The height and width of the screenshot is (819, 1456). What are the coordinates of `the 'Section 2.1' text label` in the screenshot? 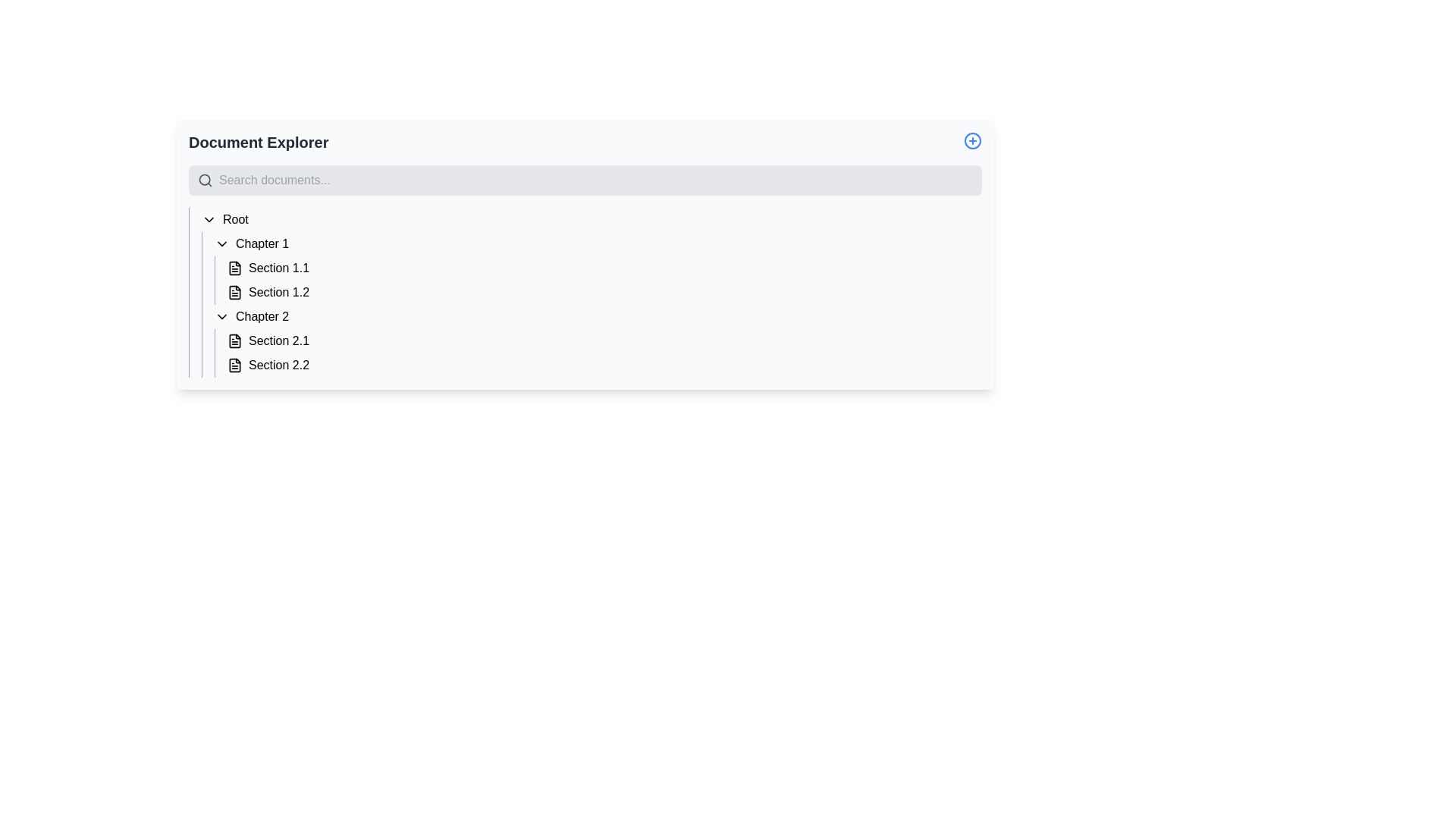 It's located at (279, 341).